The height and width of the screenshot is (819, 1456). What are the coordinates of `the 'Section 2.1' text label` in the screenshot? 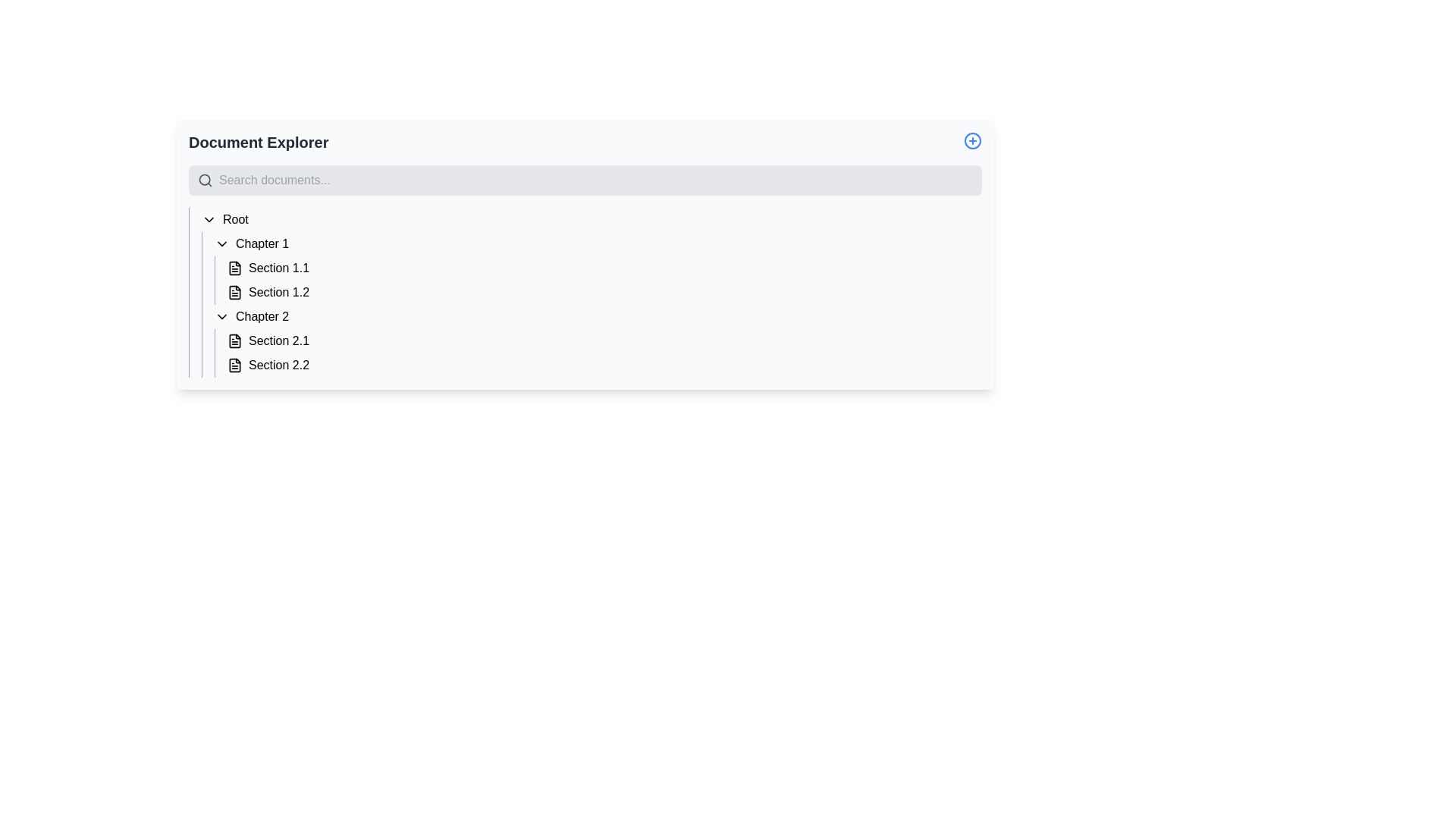 It's located at (279, 341).